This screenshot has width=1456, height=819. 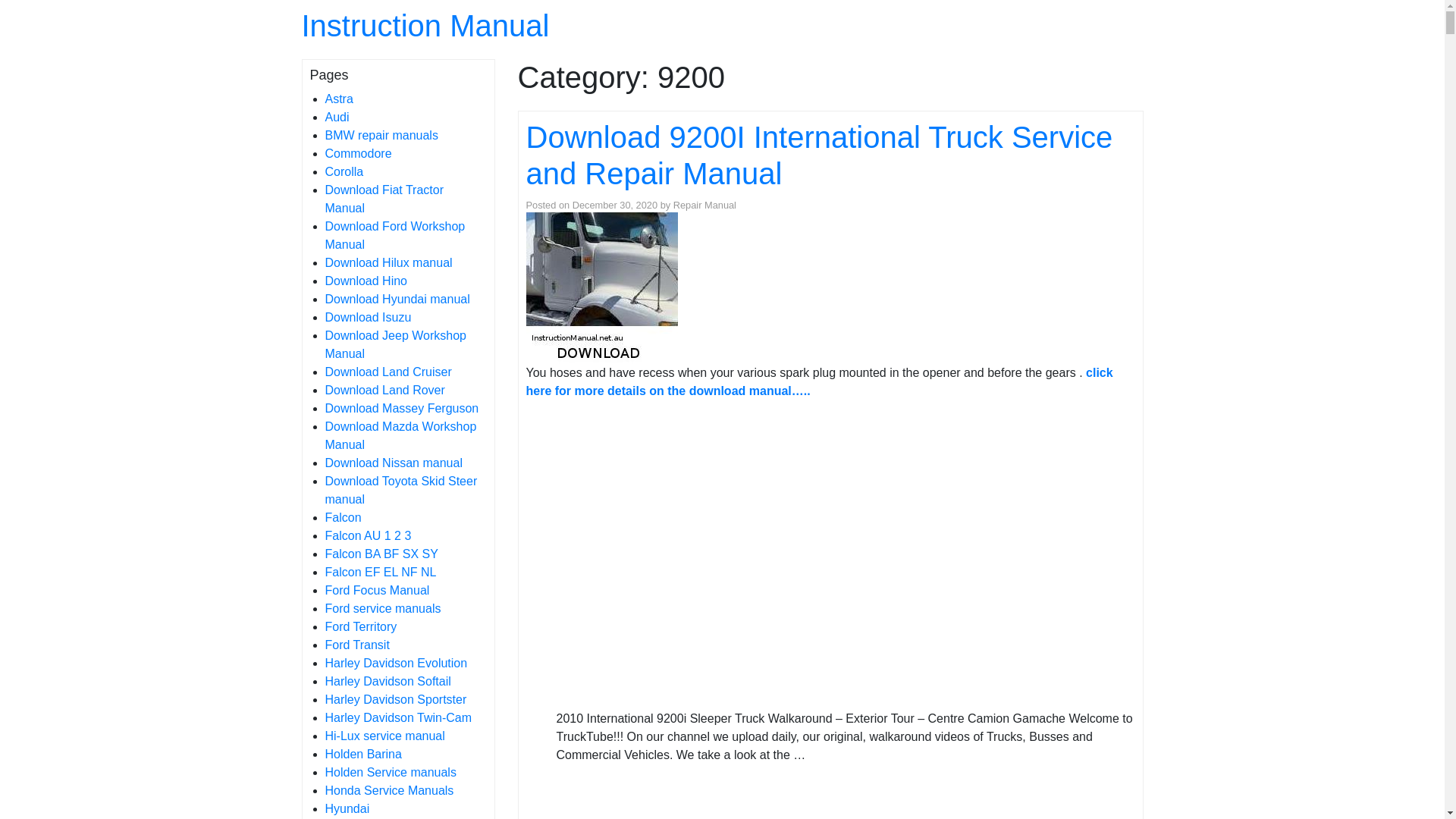 I want to click on 'December 30, 2020', so click(x=615, y=205).